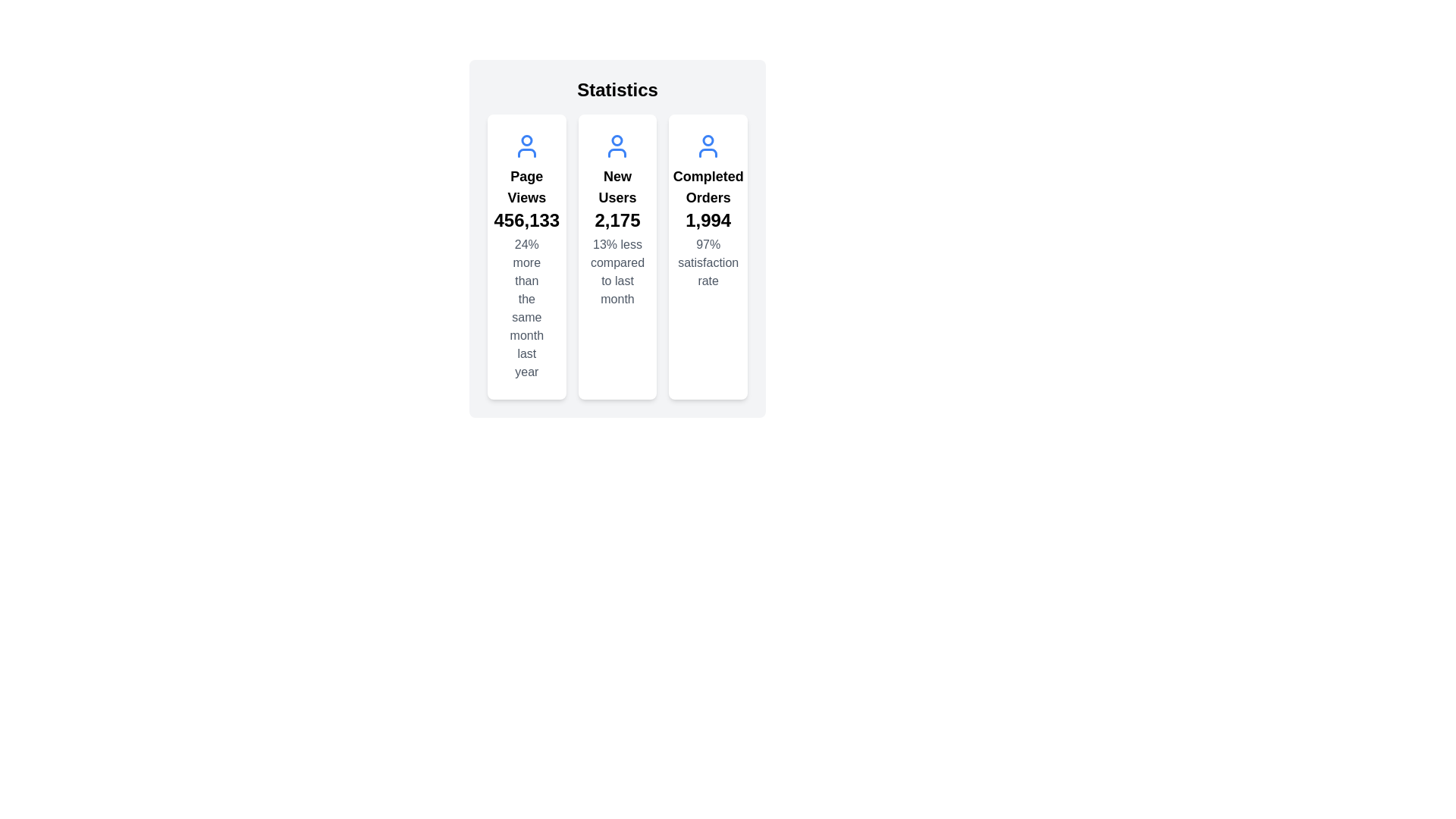 The width and height of the screenshot is (1456, 819). Describe the element at coordinates (617, 256) in the screenshot. I see `the Information Card that displays data about new users in the center column of the Statistics grid layout` at that location.